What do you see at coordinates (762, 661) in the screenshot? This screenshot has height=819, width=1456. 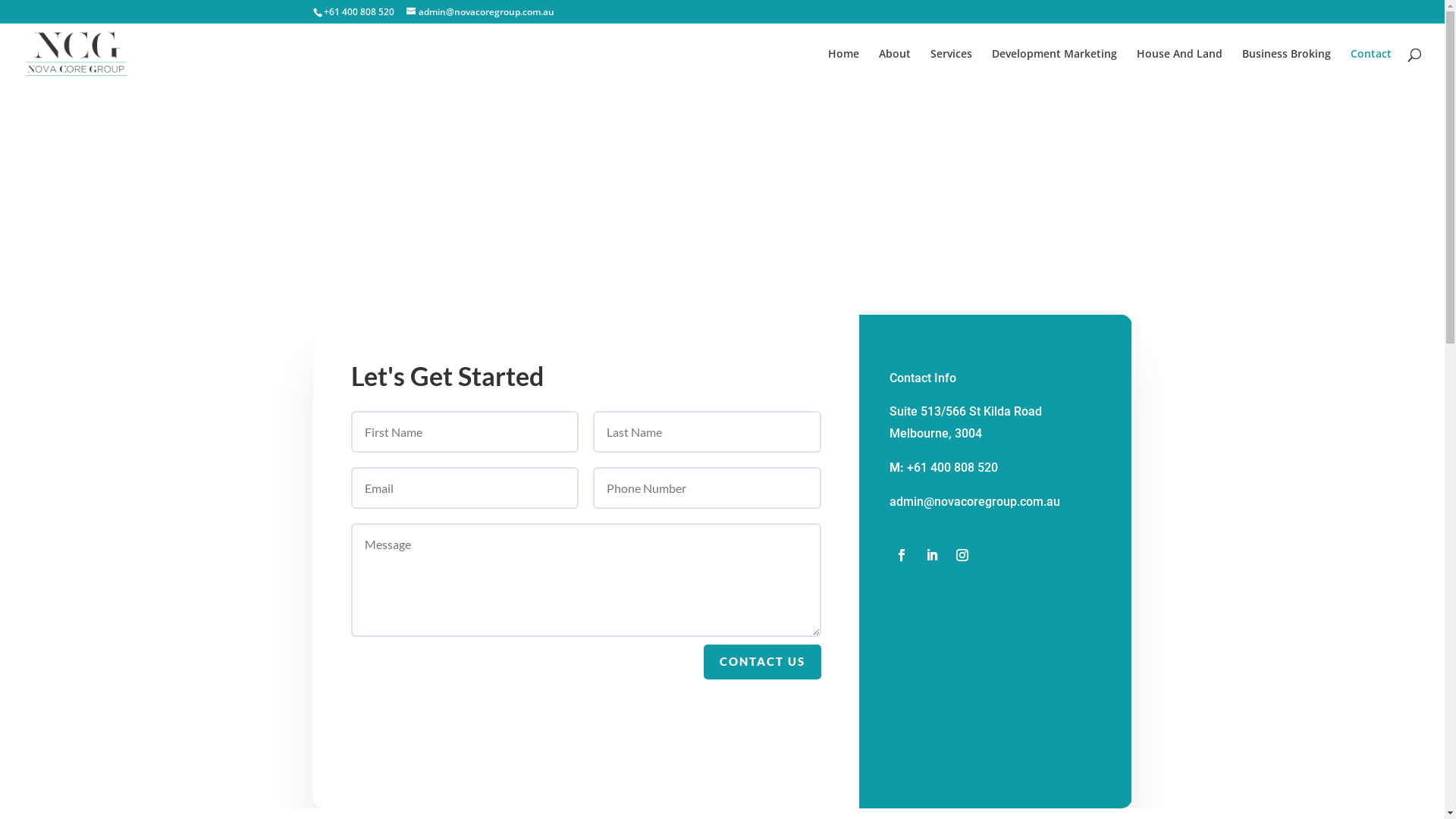 I see `'CONTACT US'` at bounding box center [762, 661].